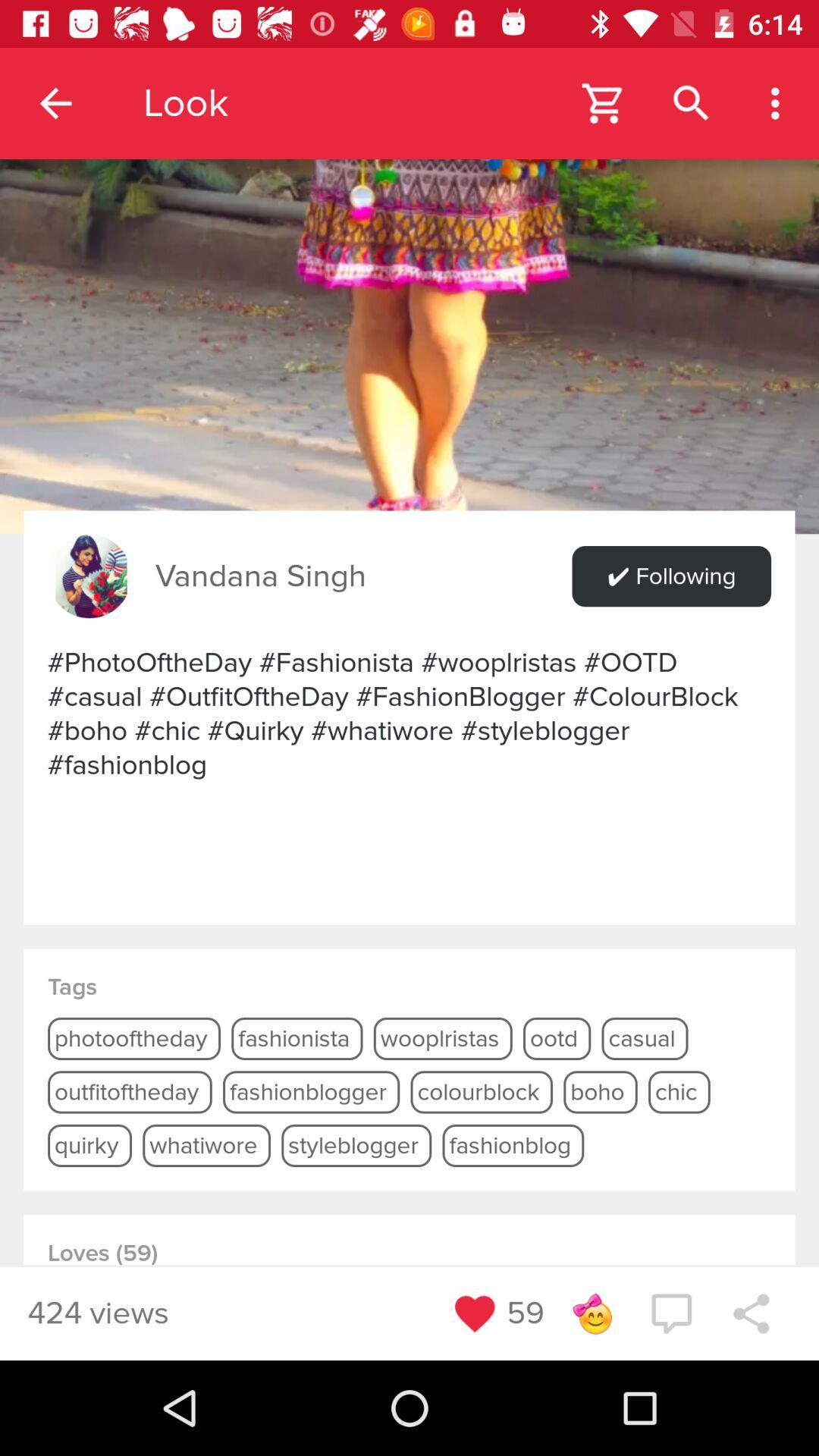  Describe the element at coordinates (89, 576) in the screenshot. I see `the item above photooftheday fashionista wooplristas icon` at that location.